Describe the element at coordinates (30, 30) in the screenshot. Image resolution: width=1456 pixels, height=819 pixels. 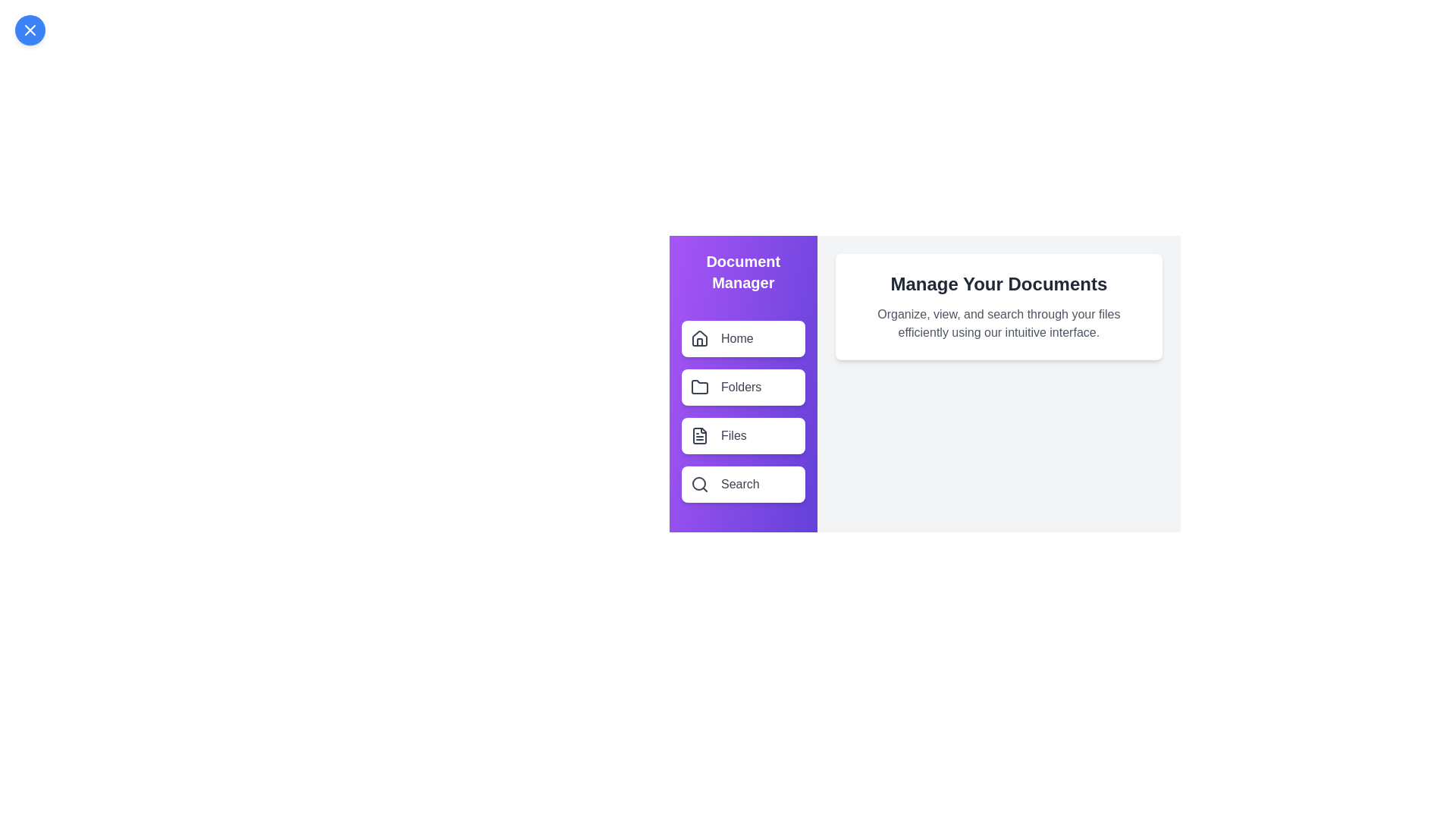
I see `the button with the X icon to toggle the side drawer` at that location.